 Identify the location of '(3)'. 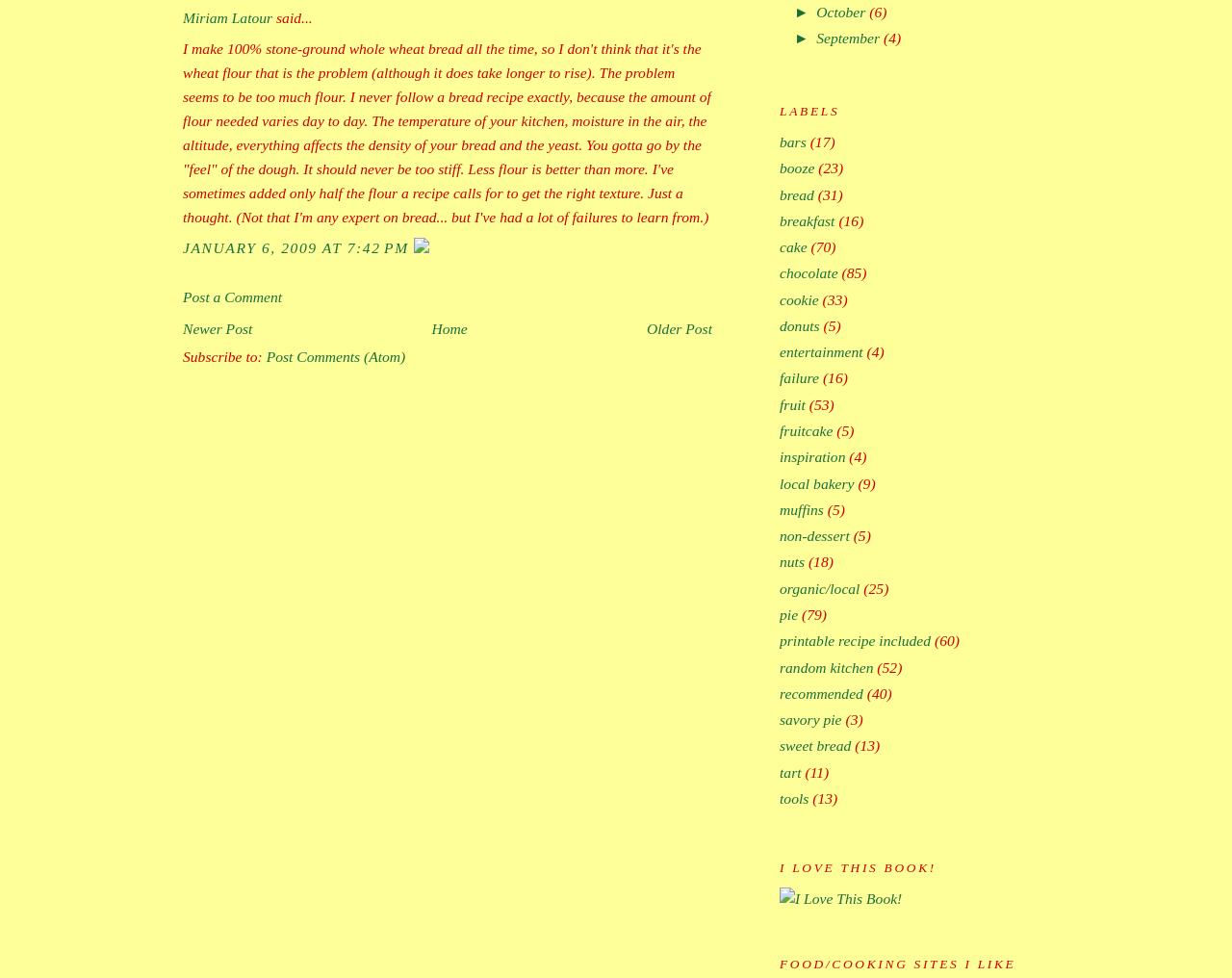
(844, 719).